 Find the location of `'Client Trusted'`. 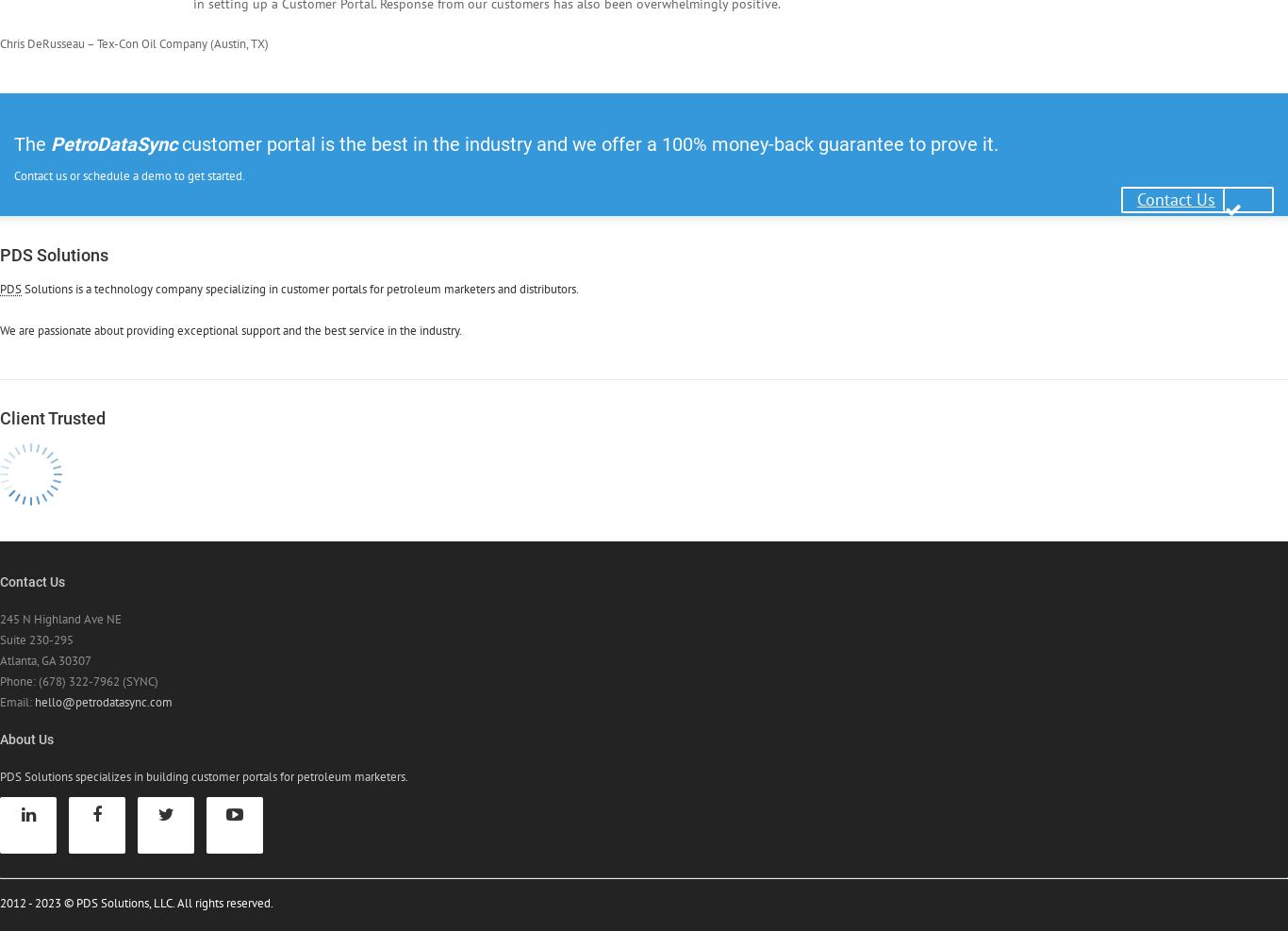

'Client Trusted' is located at coordinates (53, 417).